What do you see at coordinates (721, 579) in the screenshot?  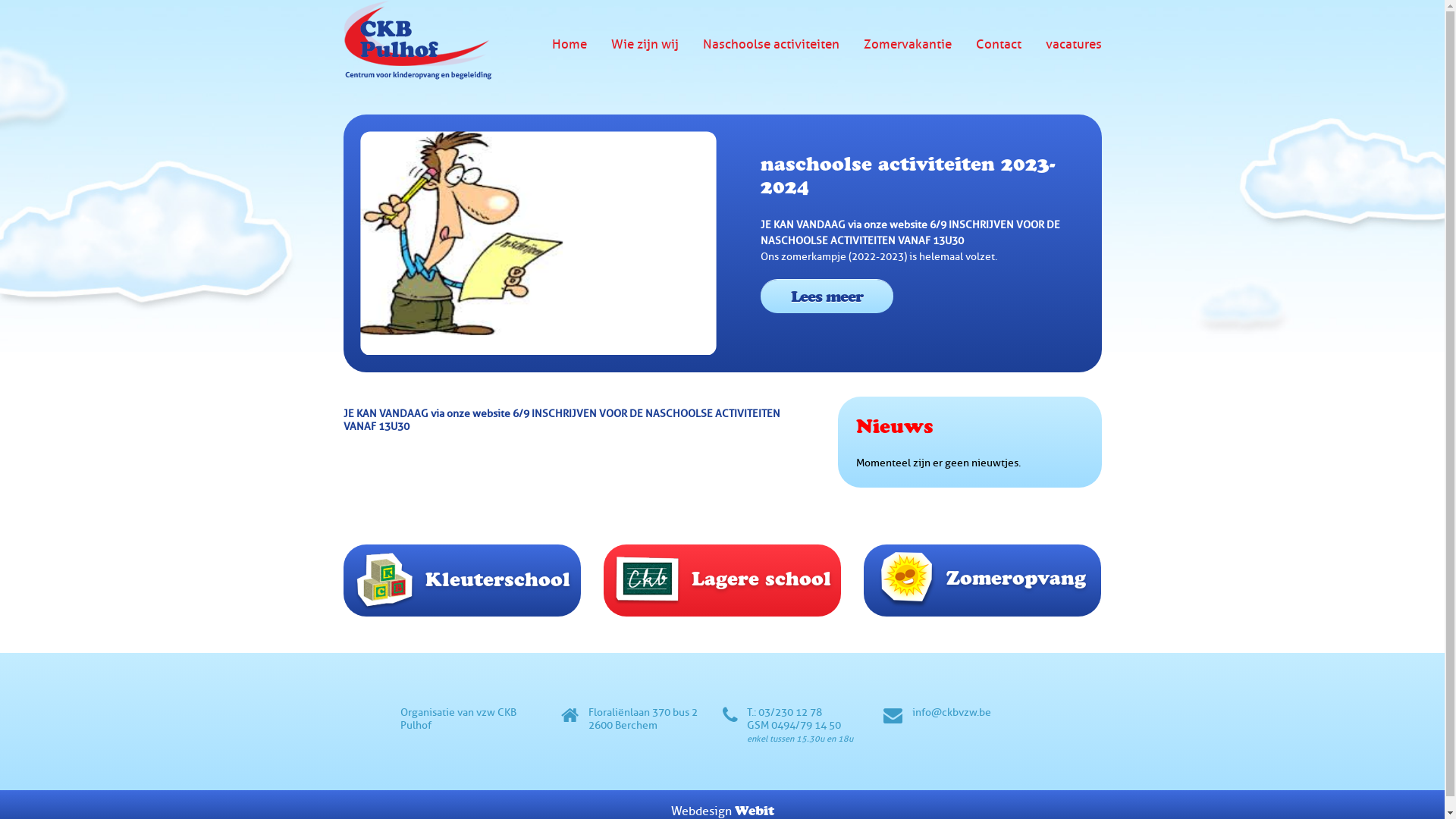 I see `'Lagere school'` at bounding box center [721, 579].